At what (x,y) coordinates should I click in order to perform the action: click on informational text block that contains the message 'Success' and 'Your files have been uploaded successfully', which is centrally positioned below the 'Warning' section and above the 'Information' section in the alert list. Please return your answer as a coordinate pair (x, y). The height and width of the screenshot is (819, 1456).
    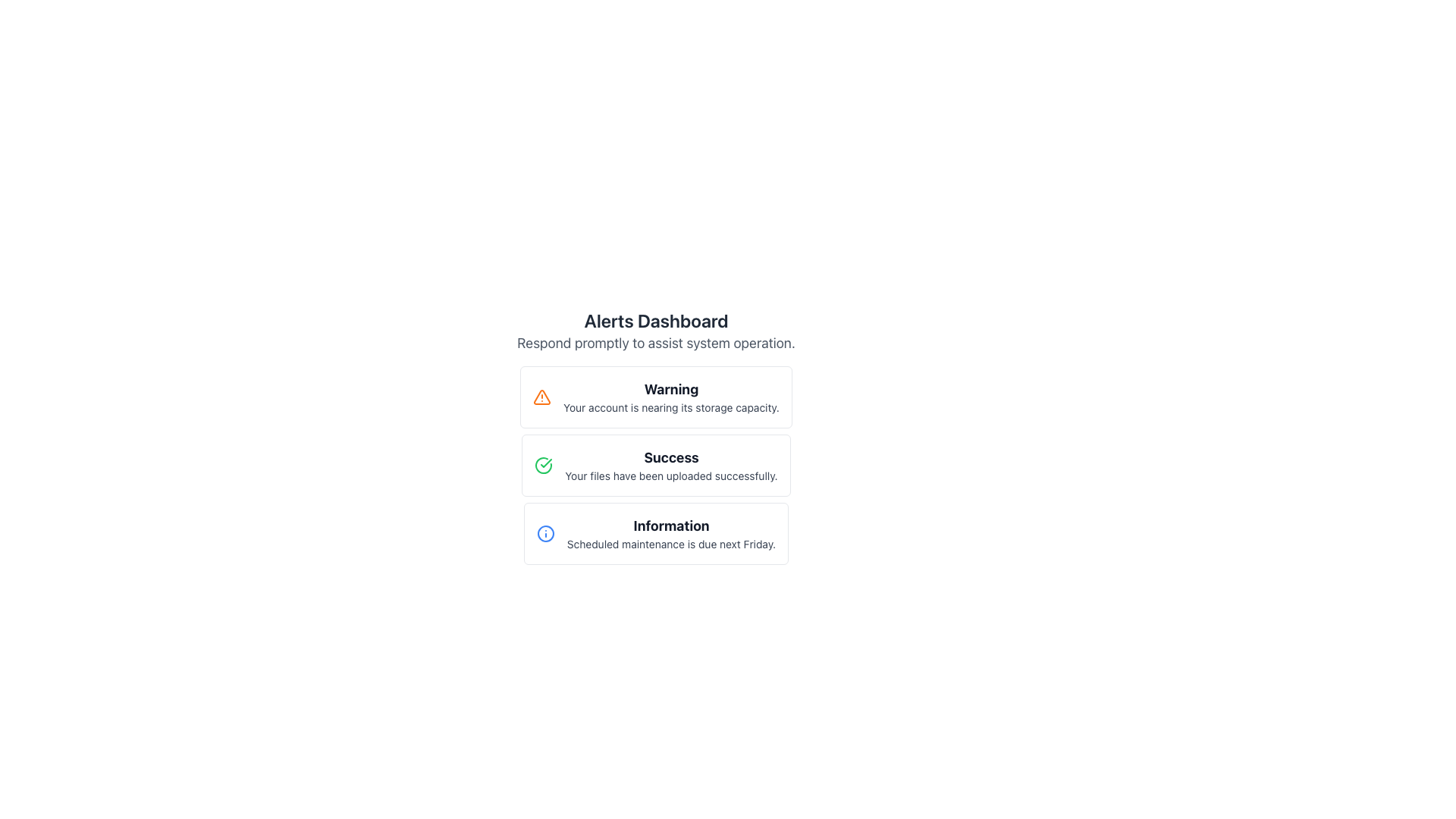
    Looking at the image, I should click on (670, 464).